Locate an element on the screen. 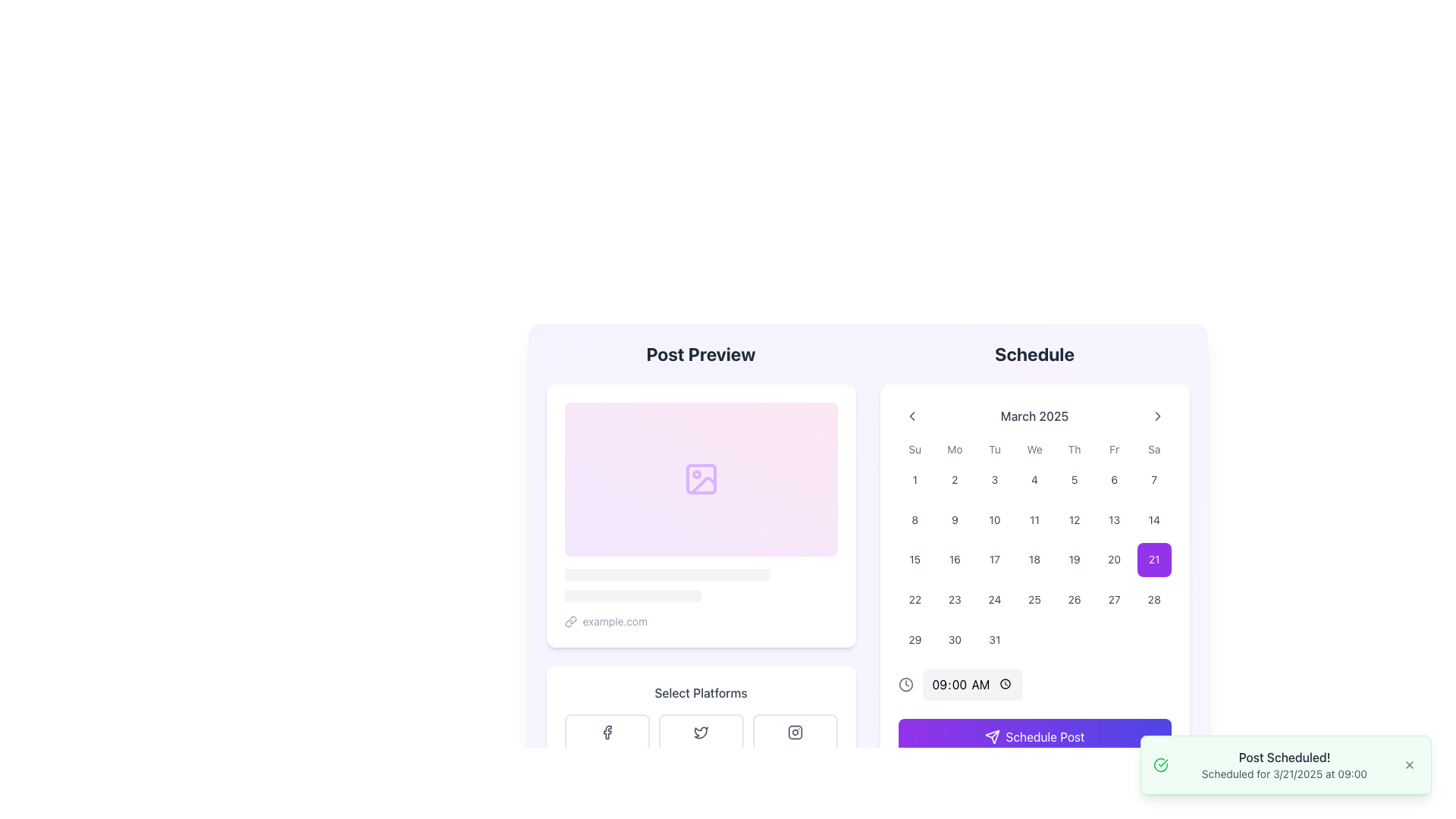  the day button located in the calendar interface, specifically the fourth item in the sixth row under the 'Schedule' section is located at coordinates (1034, 598).